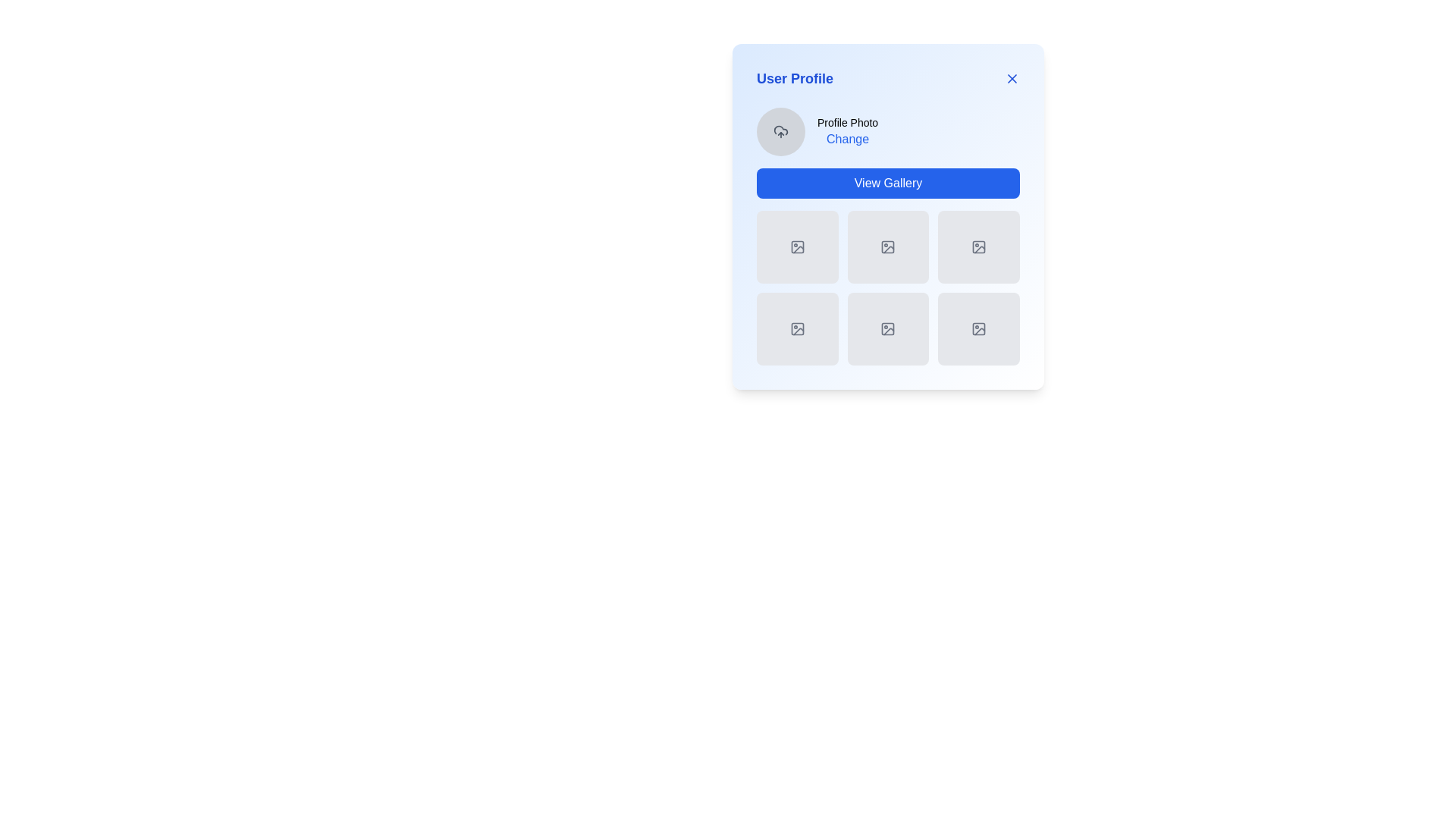 This screenshot has height=819, width=1456. Describe the element at coordinates (796, 328) in the screenshot. I see `the center of the square-shaped placeholder for media content with a gray background and an image icon, located in the bottom-left section of the grid in the 'User Profile' modal` at that location.